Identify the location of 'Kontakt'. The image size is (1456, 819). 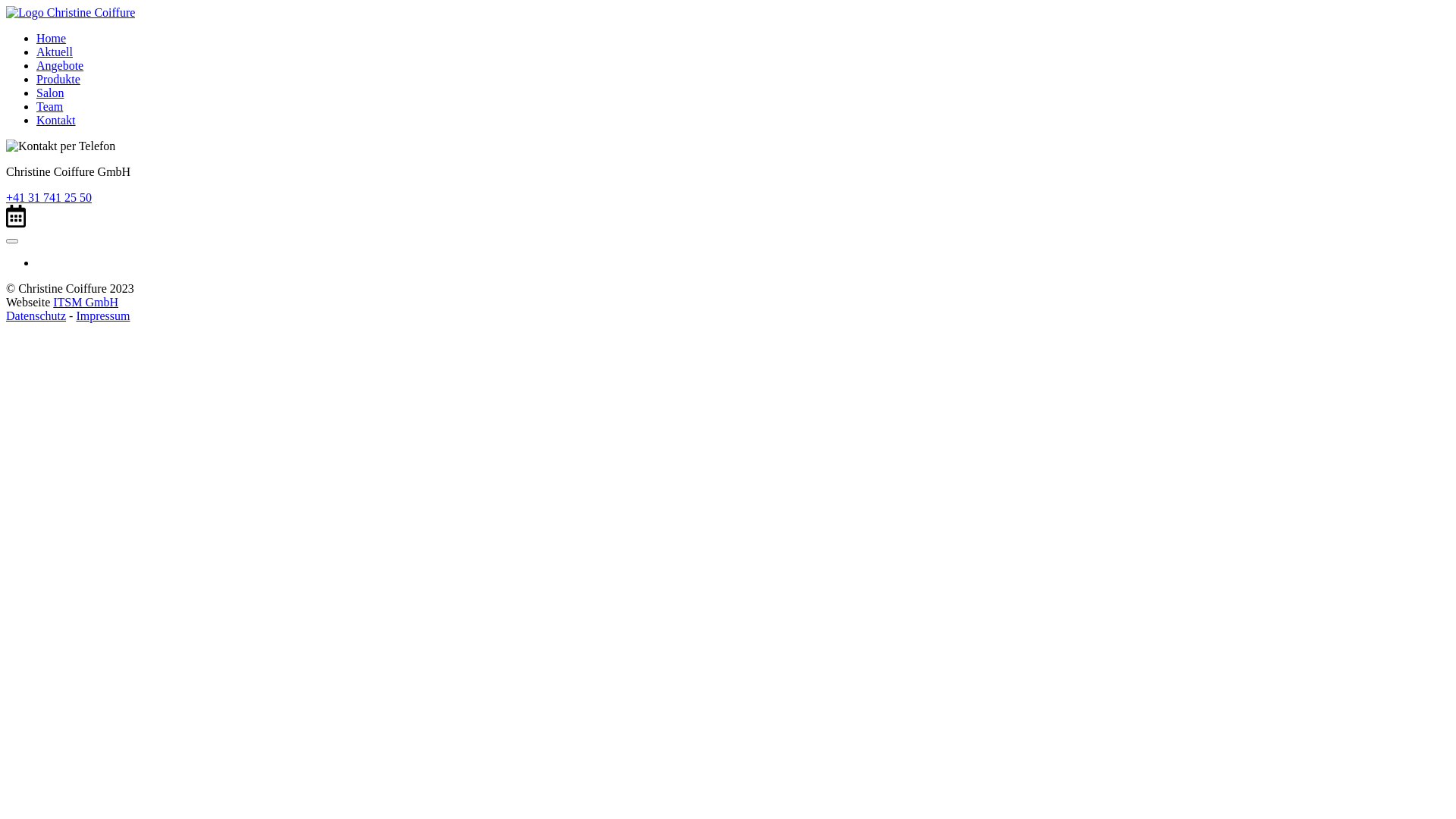
(36, 119).